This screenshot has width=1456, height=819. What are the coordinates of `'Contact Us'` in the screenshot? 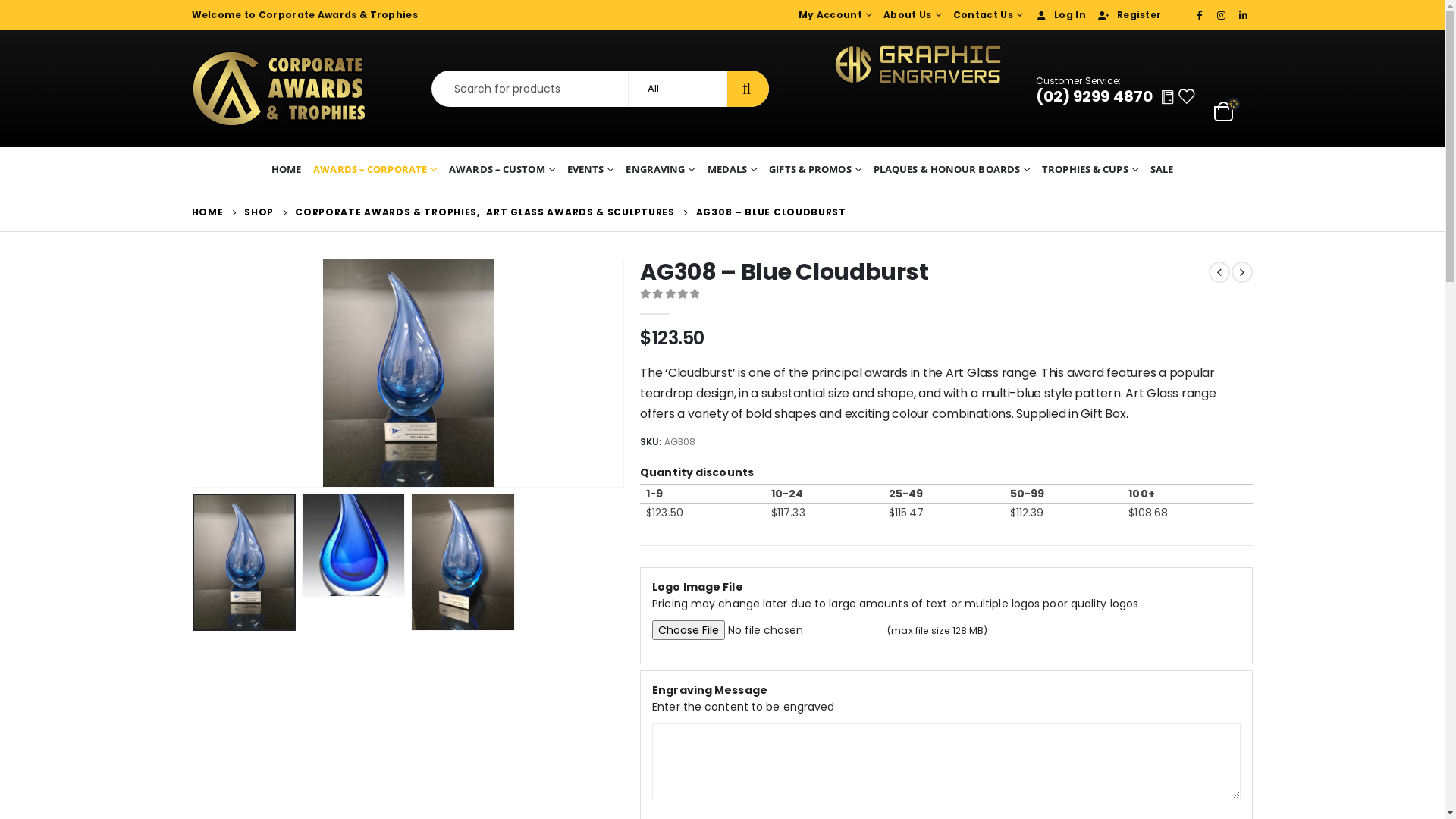 It's located at (986, 14).